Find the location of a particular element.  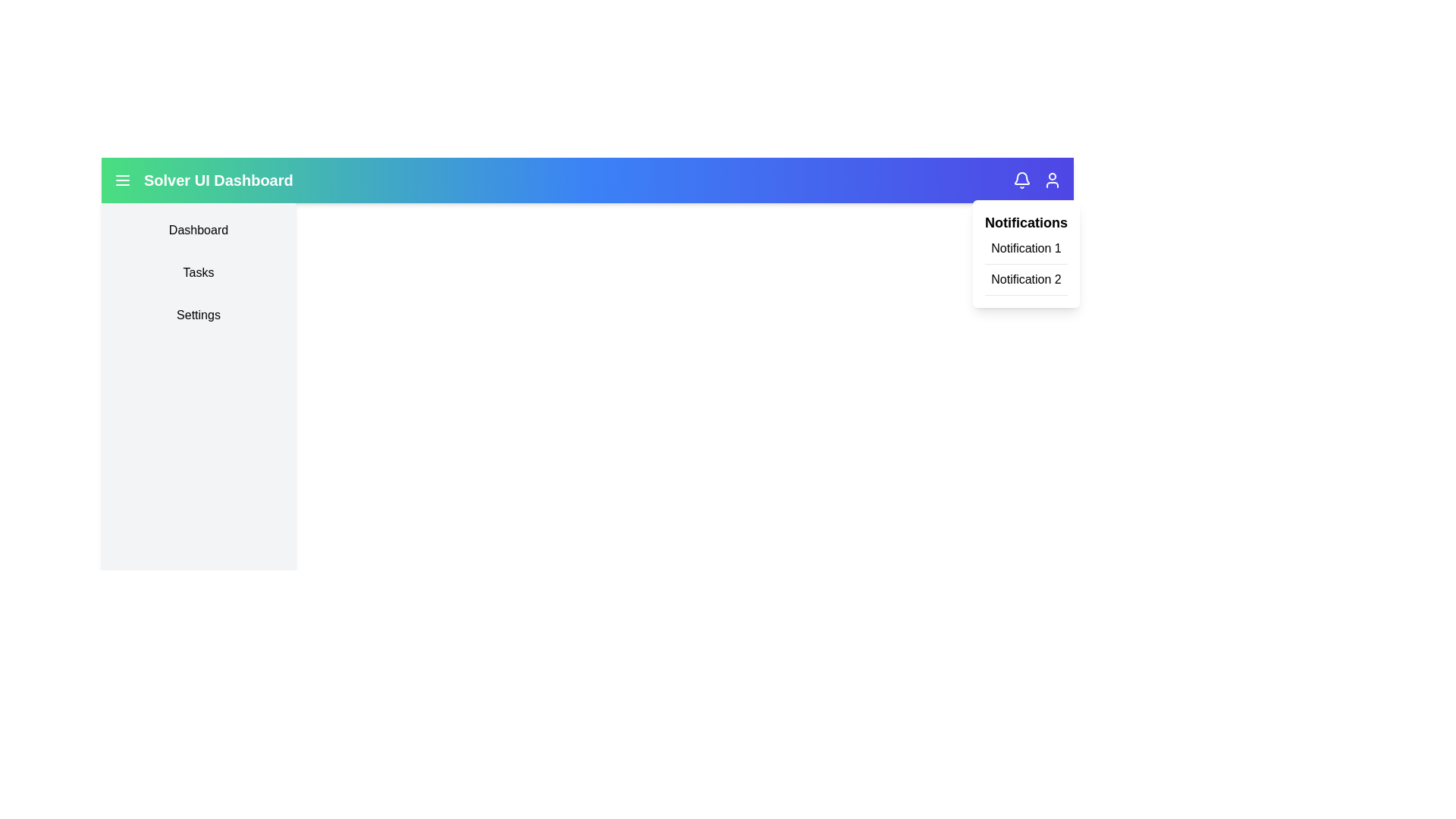

the 'Dashboard' text-based navigation link styled as a button is located at coordinates (198, 231).